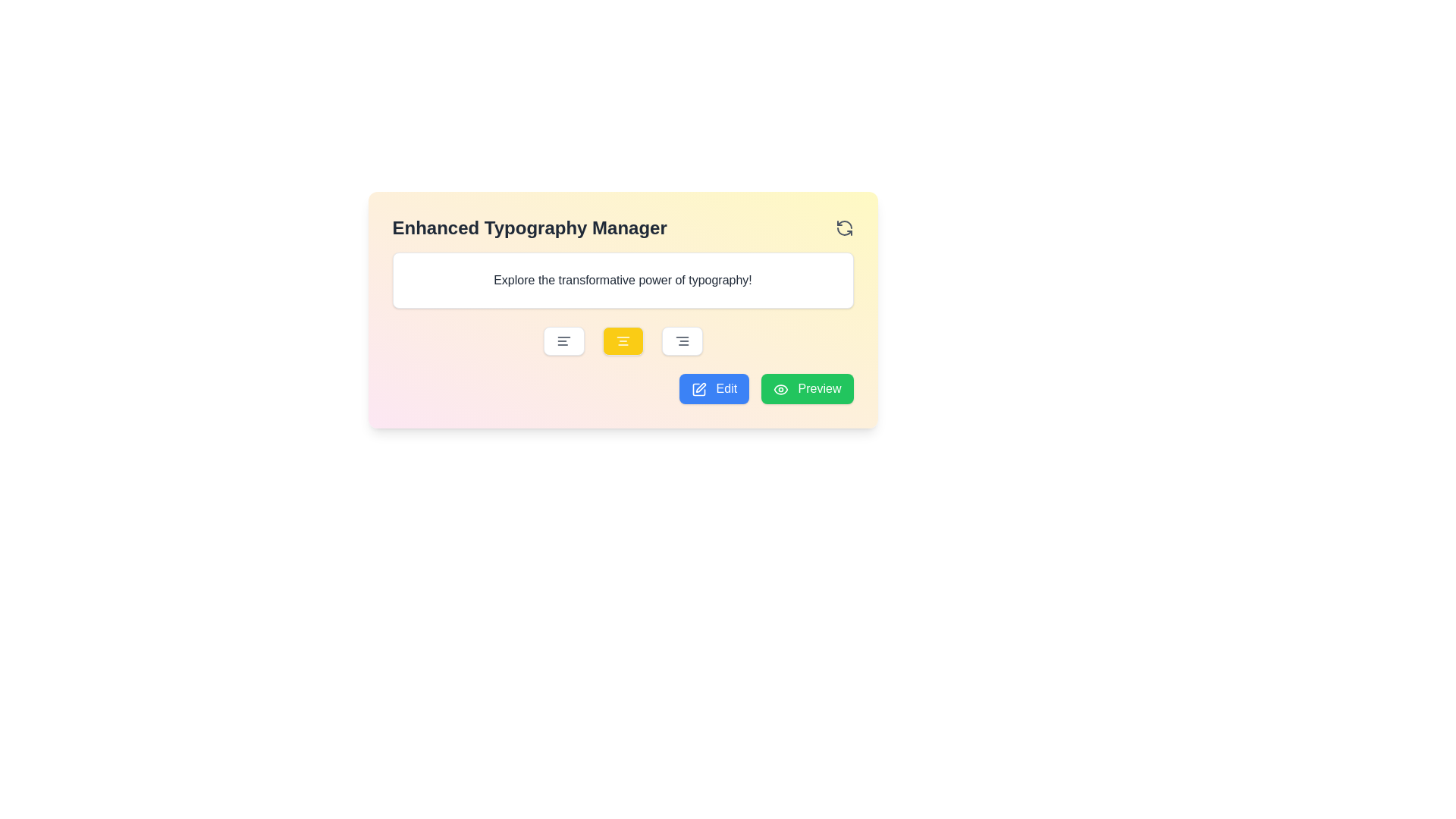 This screenshot has height=819, width=1456. Describe the element at coordinates (623, 341) in the screenshot. I see `the icon featuring three horizontal lines within a yellow circular area` at that location.